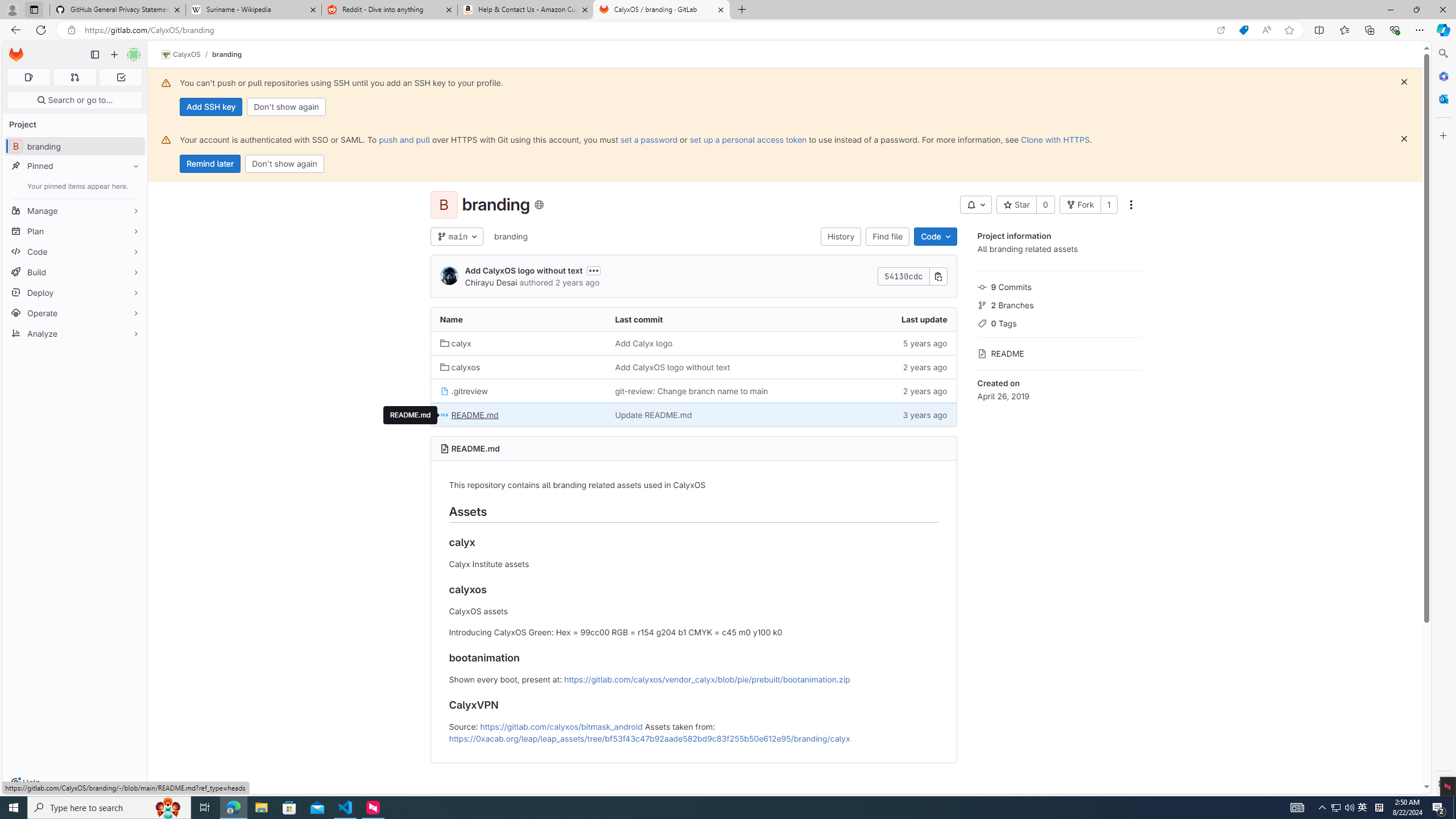 The height and width of the screenshot is (819, 1456). Describe the element at coordinates (210, 106) in the screenshot. I see `'Add SSH key'` at that location.